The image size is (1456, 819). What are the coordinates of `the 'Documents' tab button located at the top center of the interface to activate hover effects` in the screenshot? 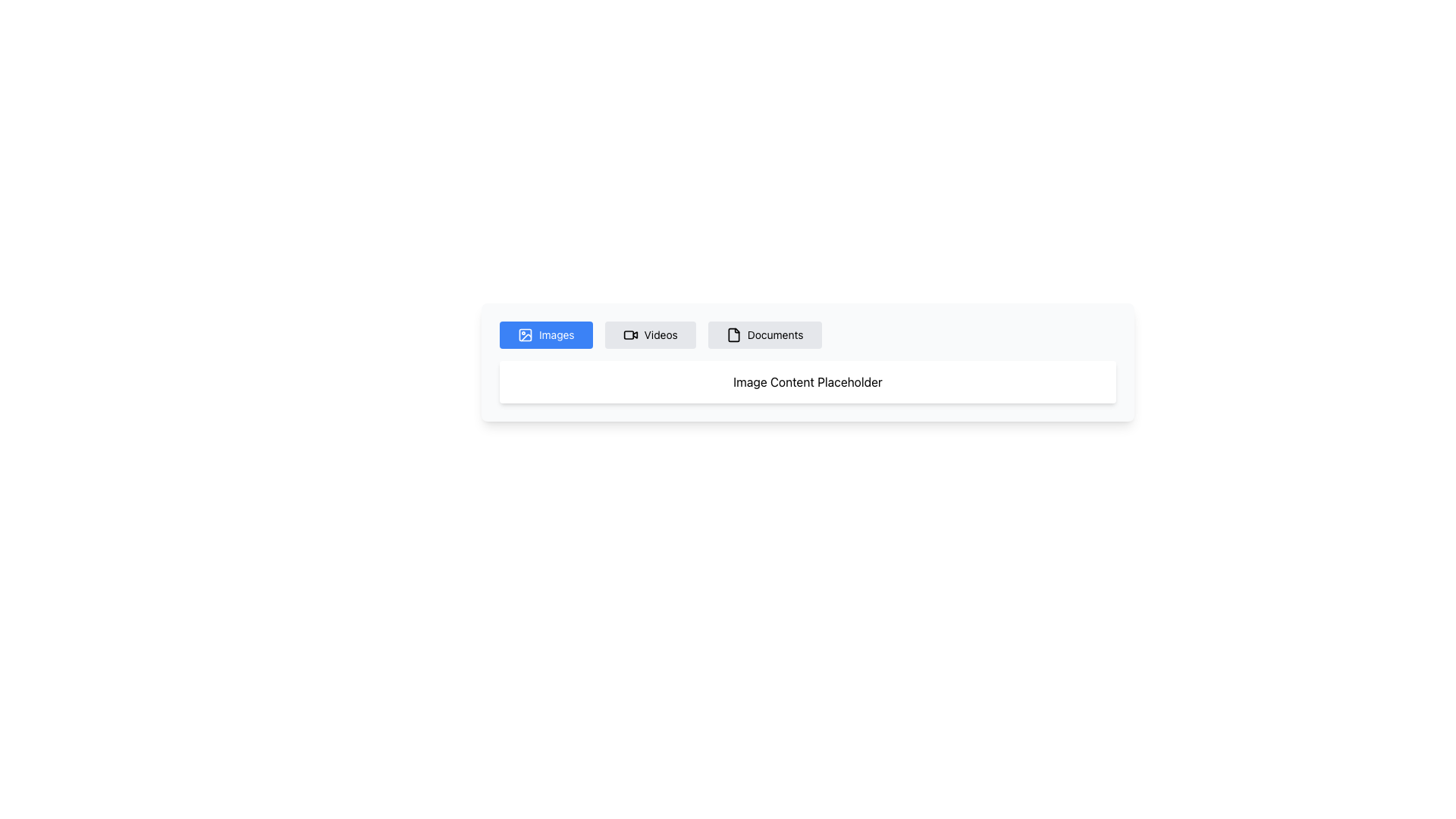 It's located at (764, 334).